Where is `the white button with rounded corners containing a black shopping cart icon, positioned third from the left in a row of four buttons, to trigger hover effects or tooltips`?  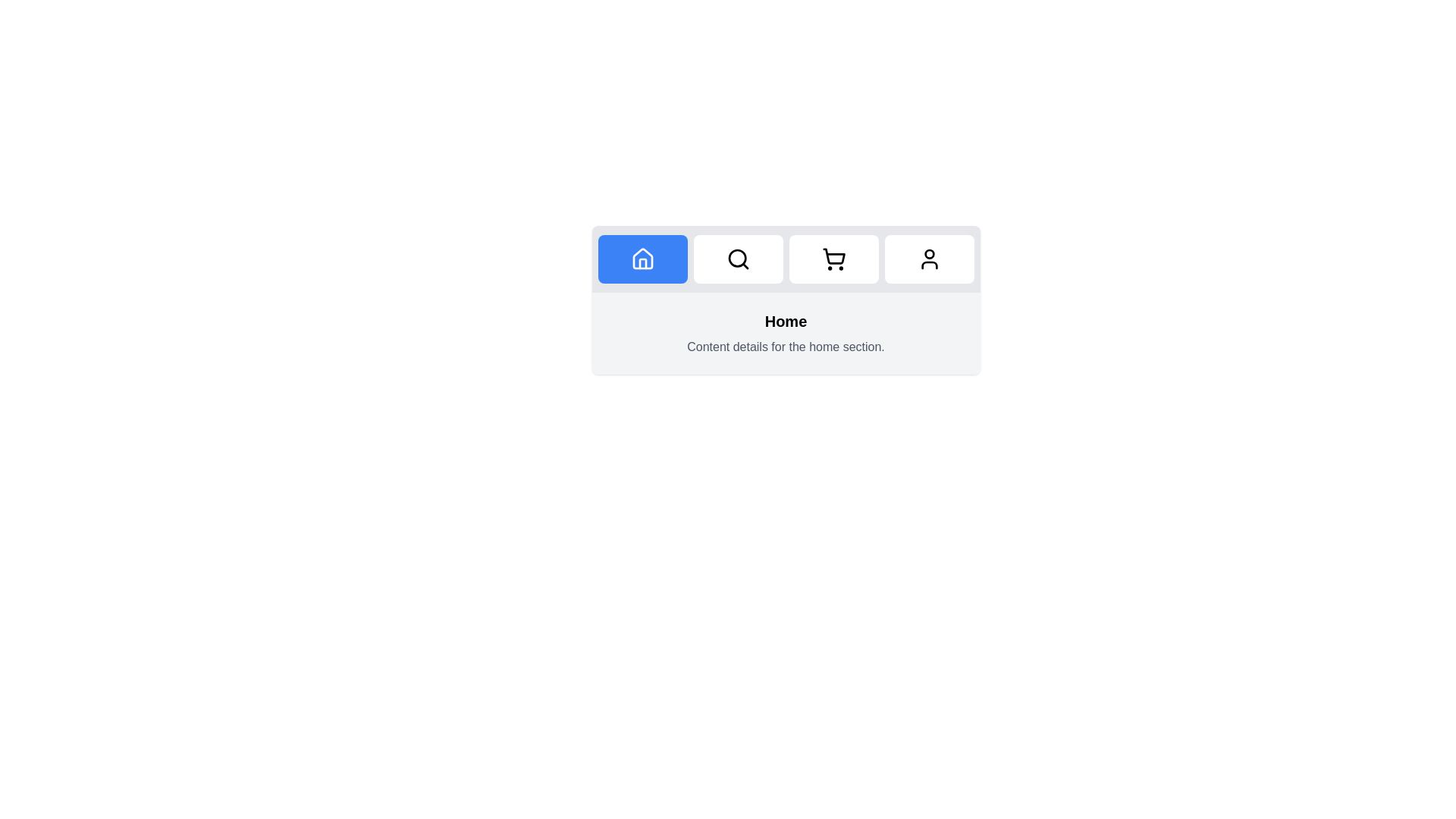
the white button with rounded corners containing a black shopping cart icon, positioned third from the left in a row of four buttons, to trigger hover effects or tooltips is located at coordinates (833, 259).